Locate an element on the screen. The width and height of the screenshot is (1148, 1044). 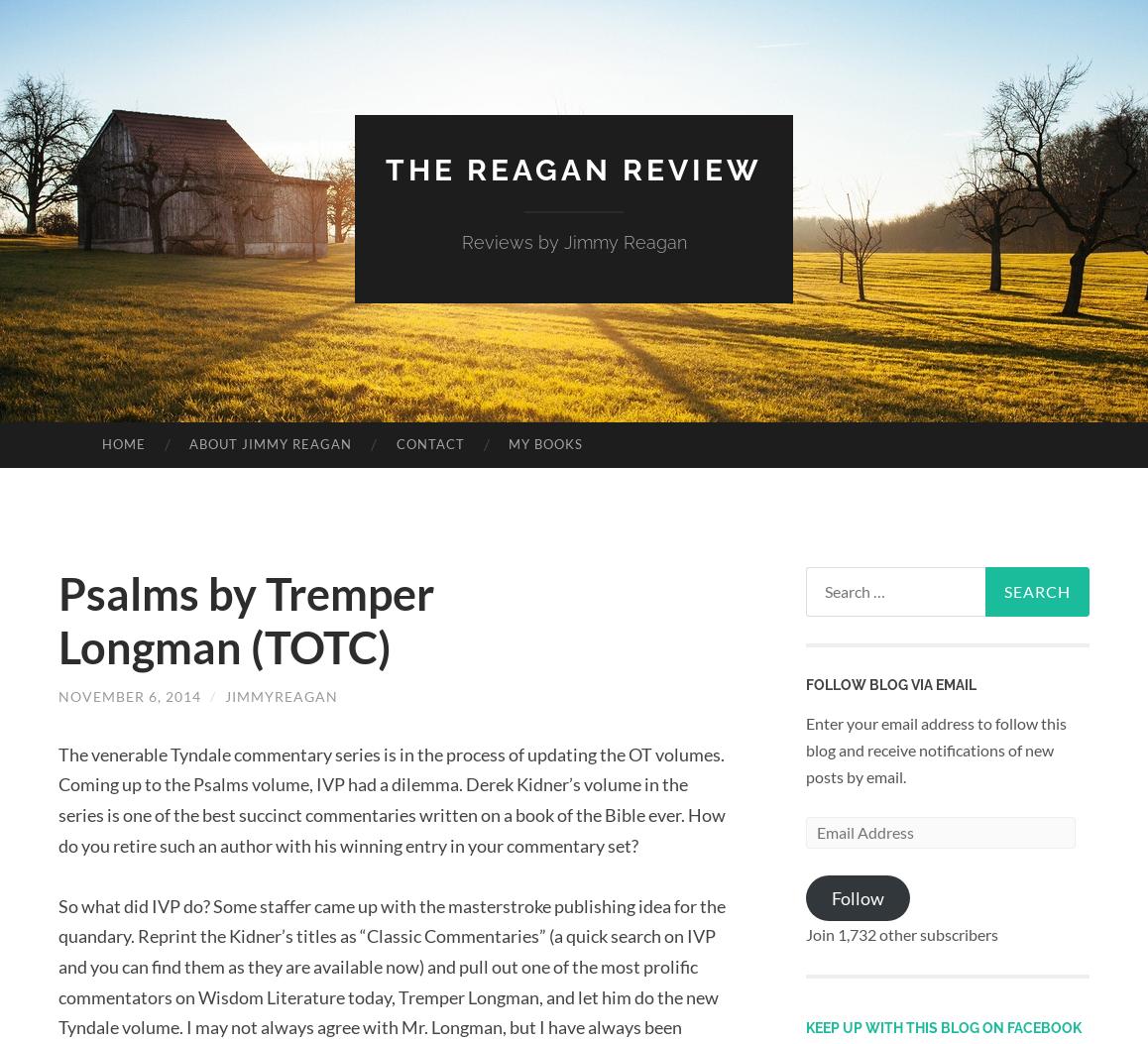
'The venerable Tyndale  commentary series is in the process of updating the OT volumes. Coming up to the Psalms volume, IVP had a dilemma. Derek Kidner’s volume in the series is one of the best succinct commentaries written on a book of the Bible ever. How do you retire such an author with his winning entry in your commentary set?' is located at coordinates (391, 798).